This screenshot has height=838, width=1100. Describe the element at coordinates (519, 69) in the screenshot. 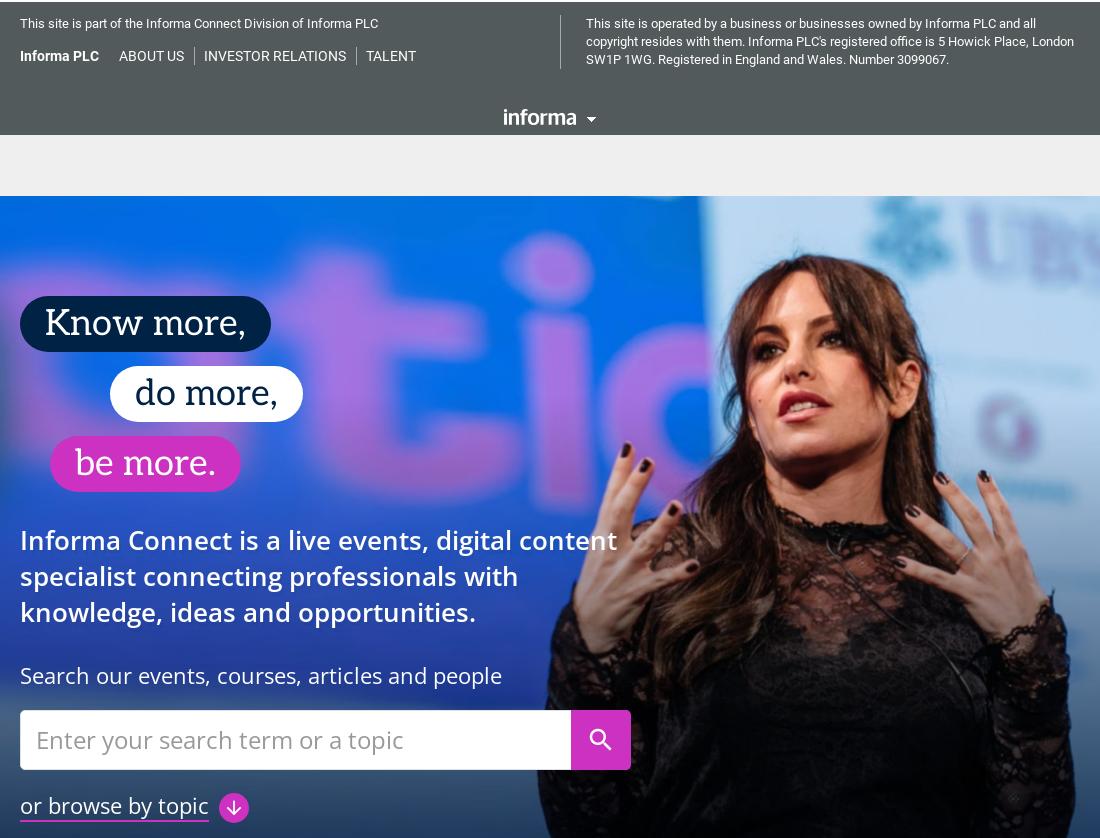

I see `'Cookie Policy'` at that location.